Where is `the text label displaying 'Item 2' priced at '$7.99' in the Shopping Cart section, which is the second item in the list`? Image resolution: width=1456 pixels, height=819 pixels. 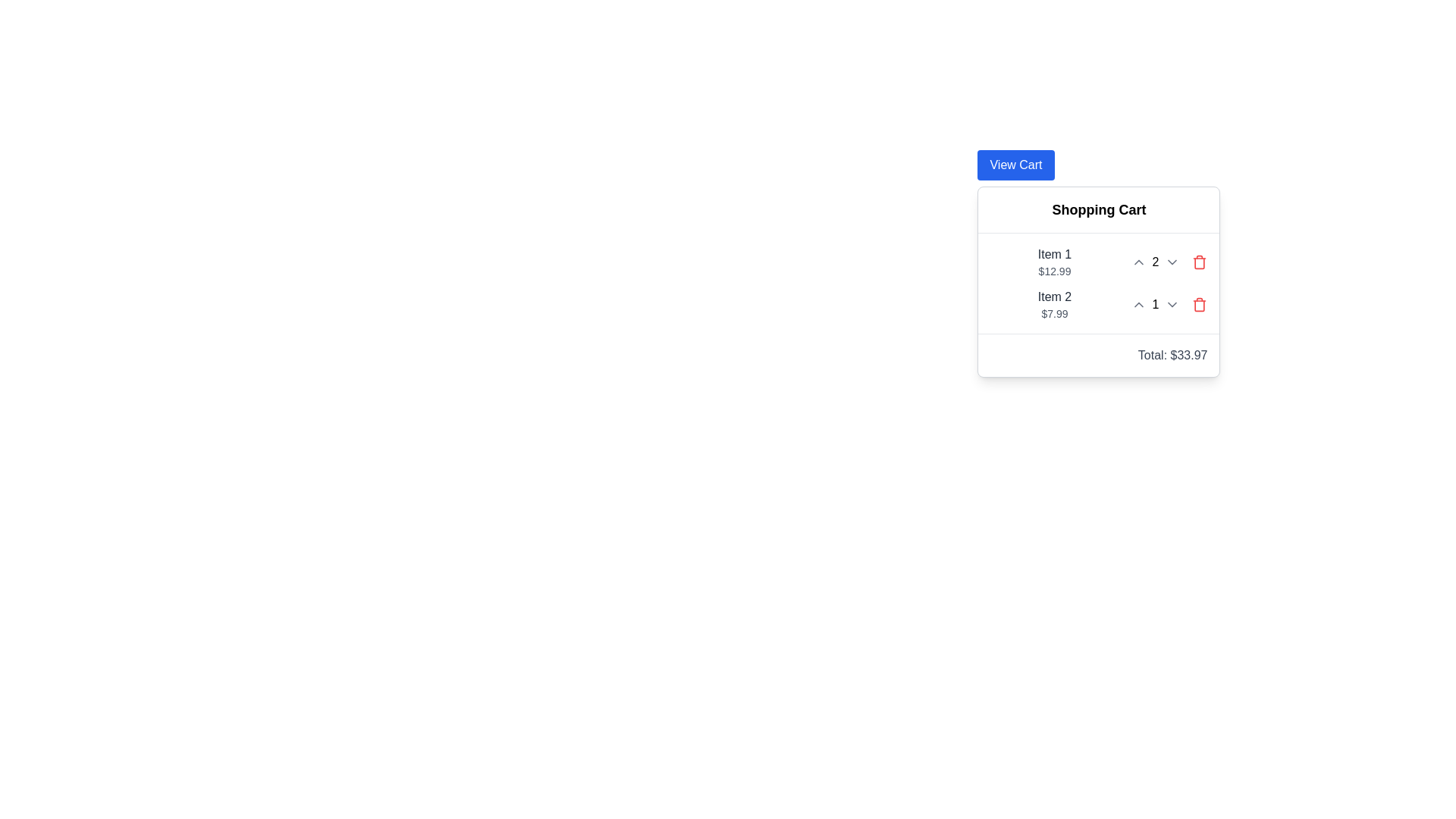
the text label displaying 'Item 2' priced at '$7.99' in the Shopping Cart section, which is the second item in the list is located at coordinates (1054, 304).